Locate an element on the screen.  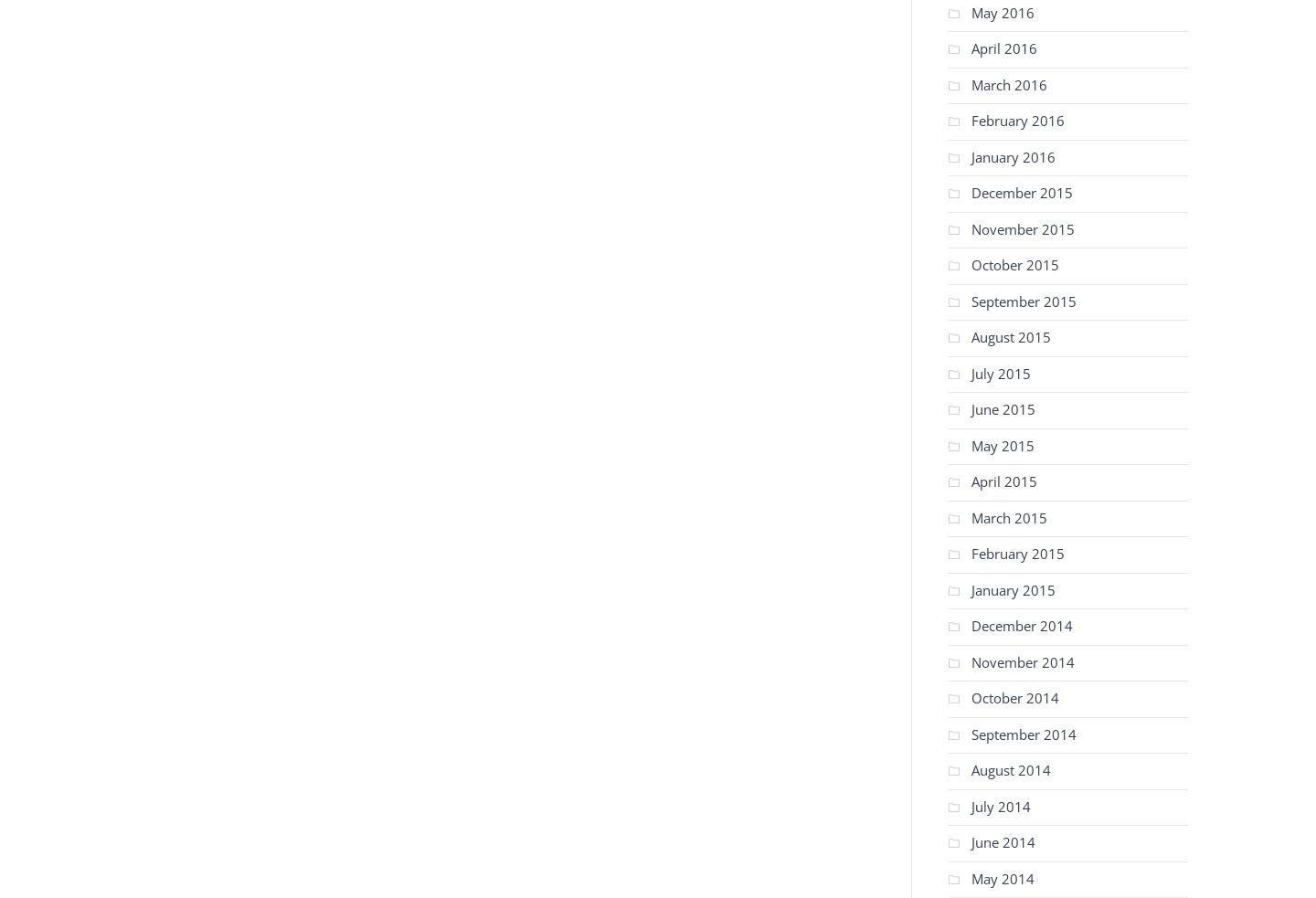
'February 2016' is located at coordinates (1016, 120).